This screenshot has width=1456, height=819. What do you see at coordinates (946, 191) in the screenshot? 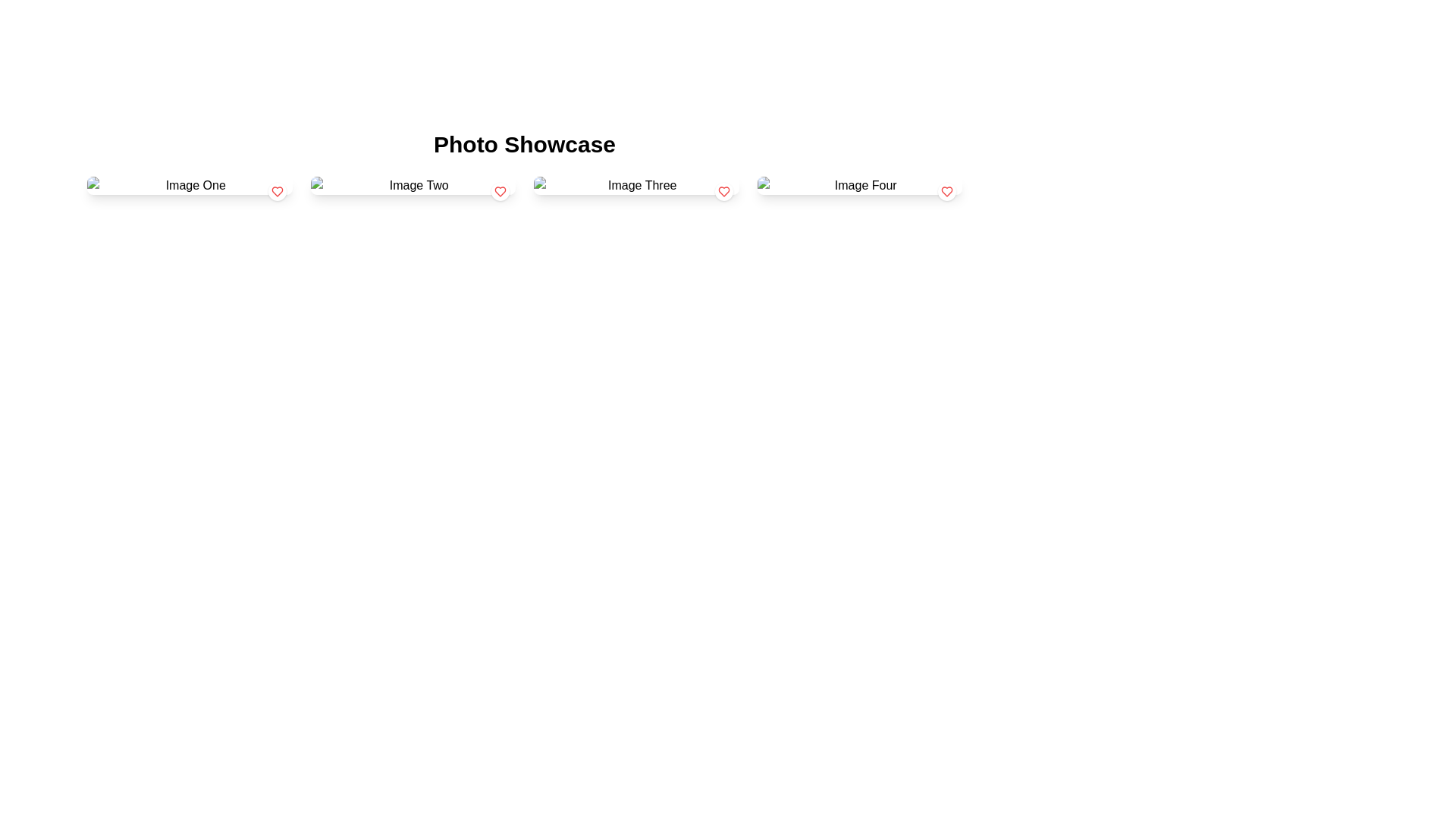
I see `the Heart icon located in the top-right corner of the card labeled 'Image Four'` at bounding box center [946, 191].